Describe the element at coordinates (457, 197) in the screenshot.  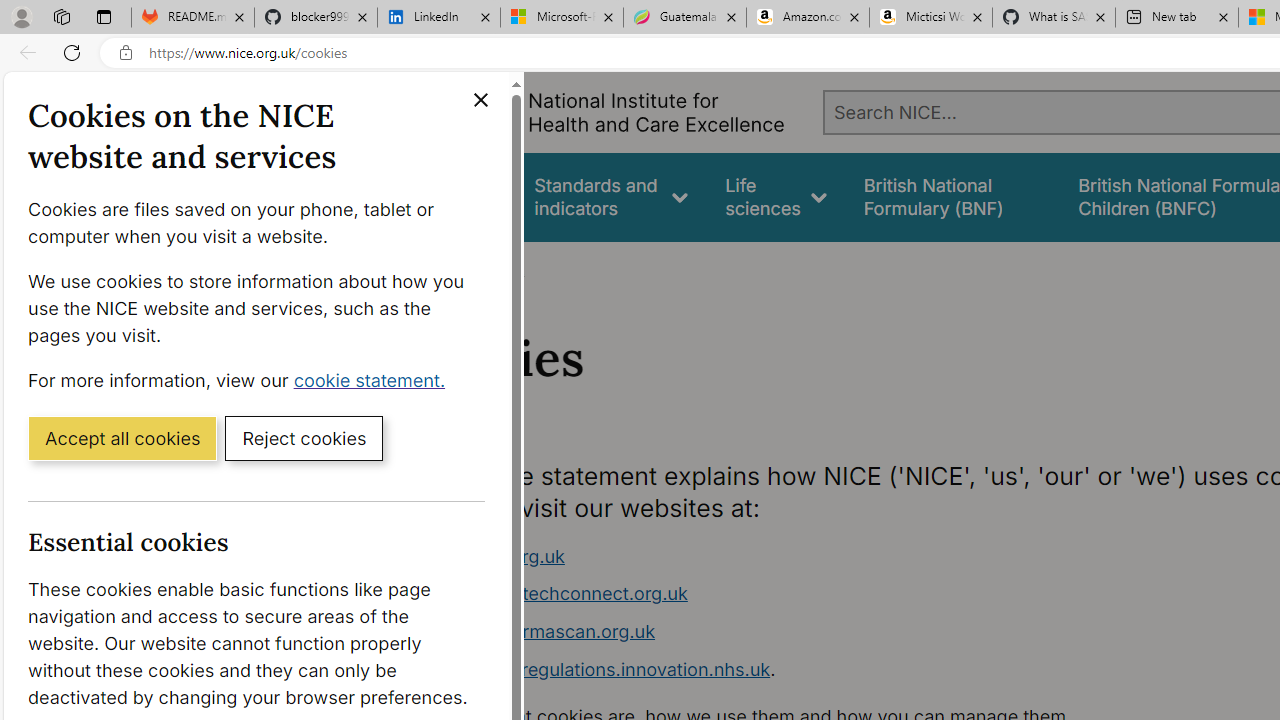
I see `'Guidance'` at that location.